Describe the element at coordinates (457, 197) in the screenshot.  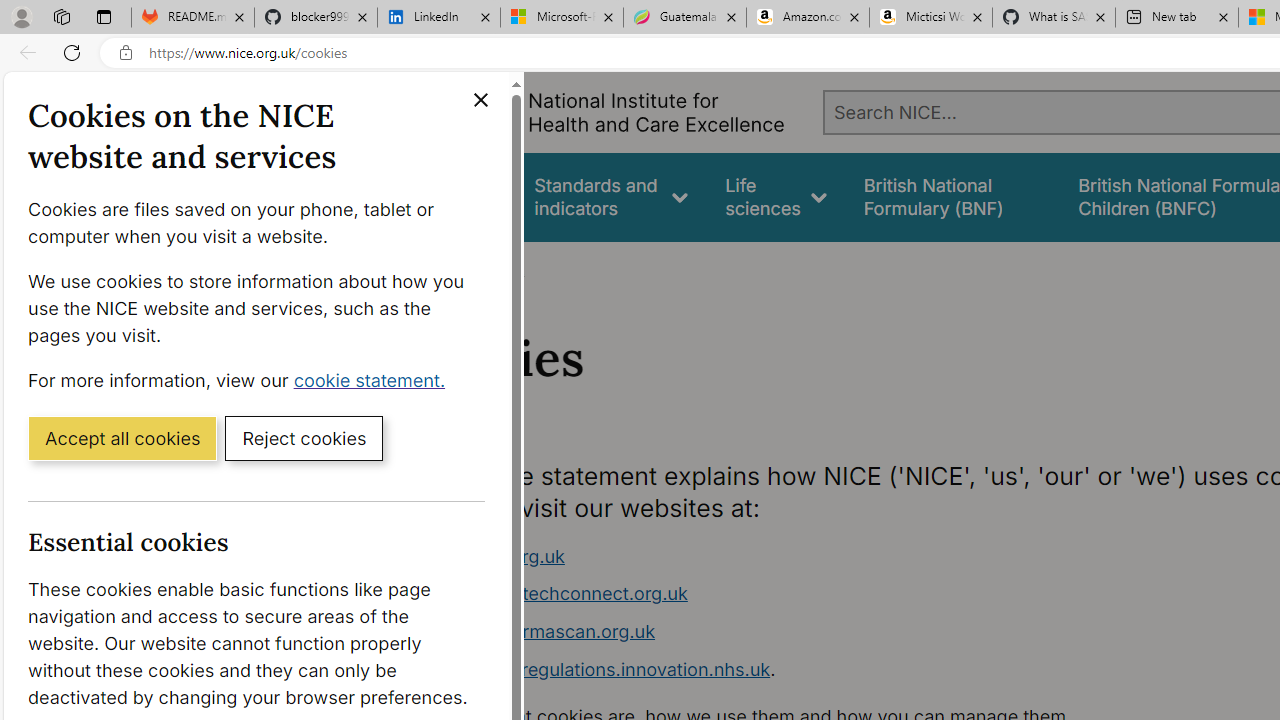
I see `'Guidance'` at that location.